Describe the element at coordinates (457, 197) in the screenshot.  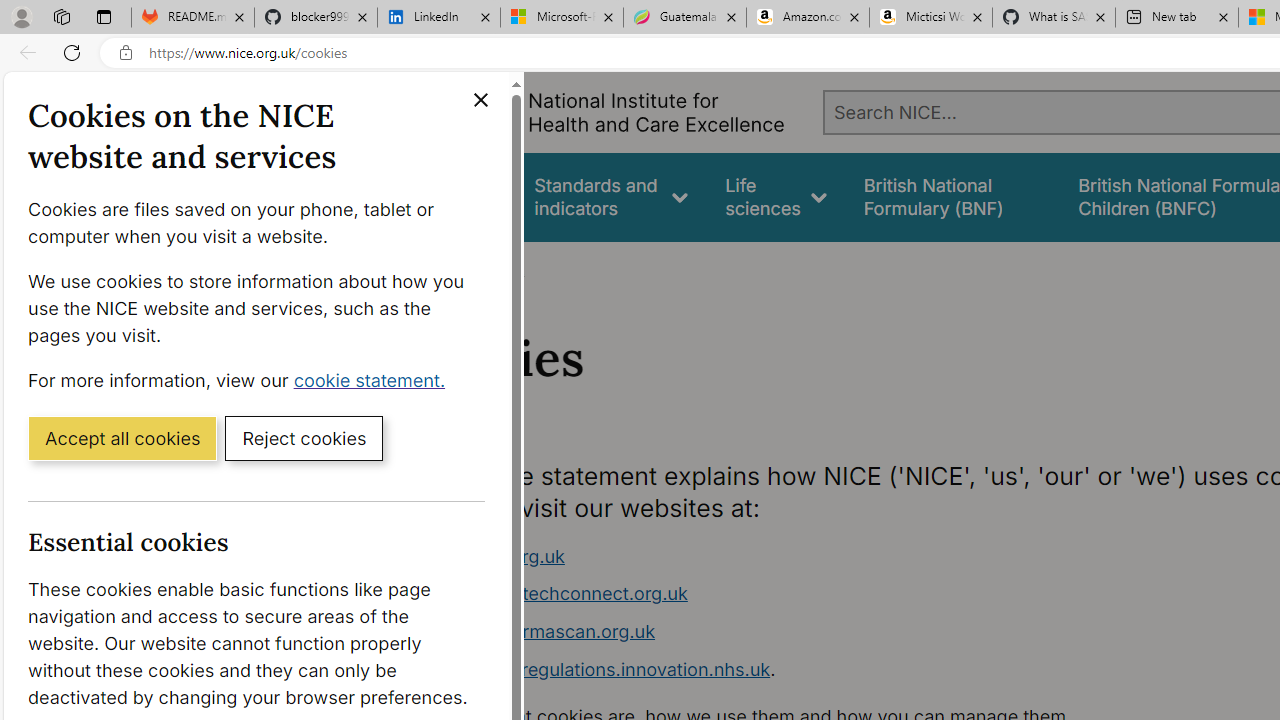
I see `'Guidance'` at that location.